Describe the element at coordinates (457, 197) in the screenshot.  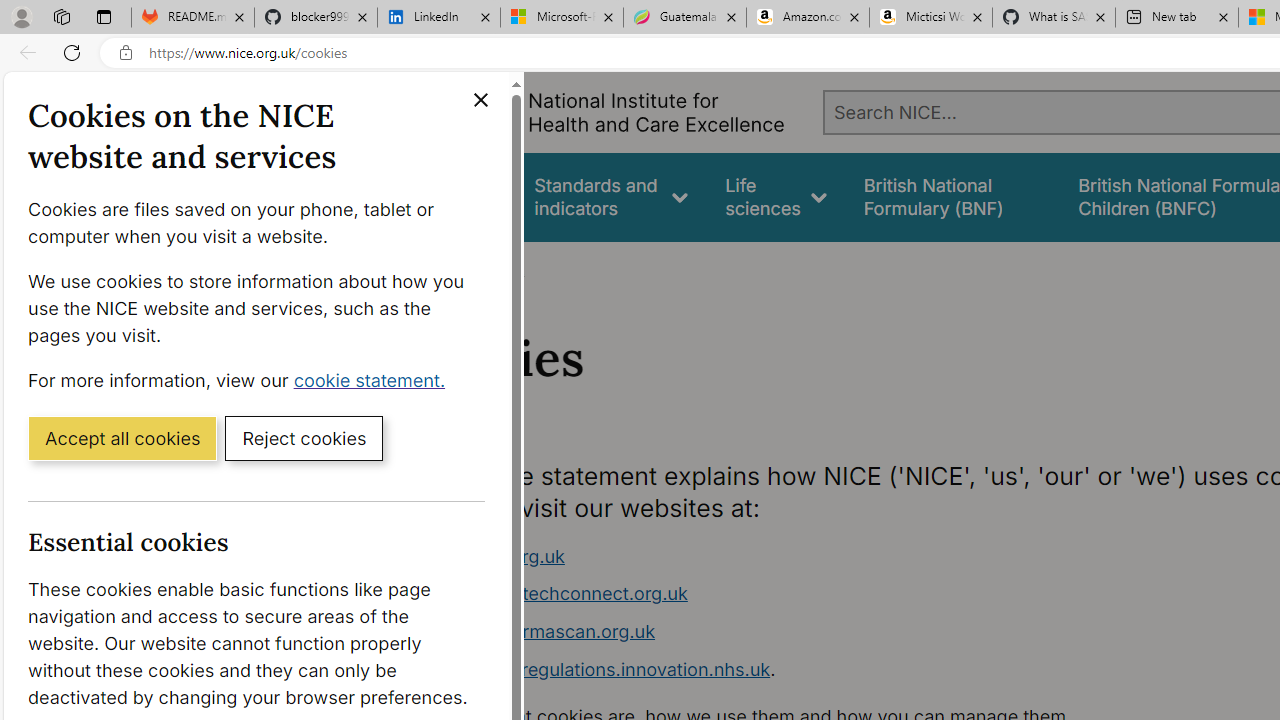
I see `'Guidance'` at that location.